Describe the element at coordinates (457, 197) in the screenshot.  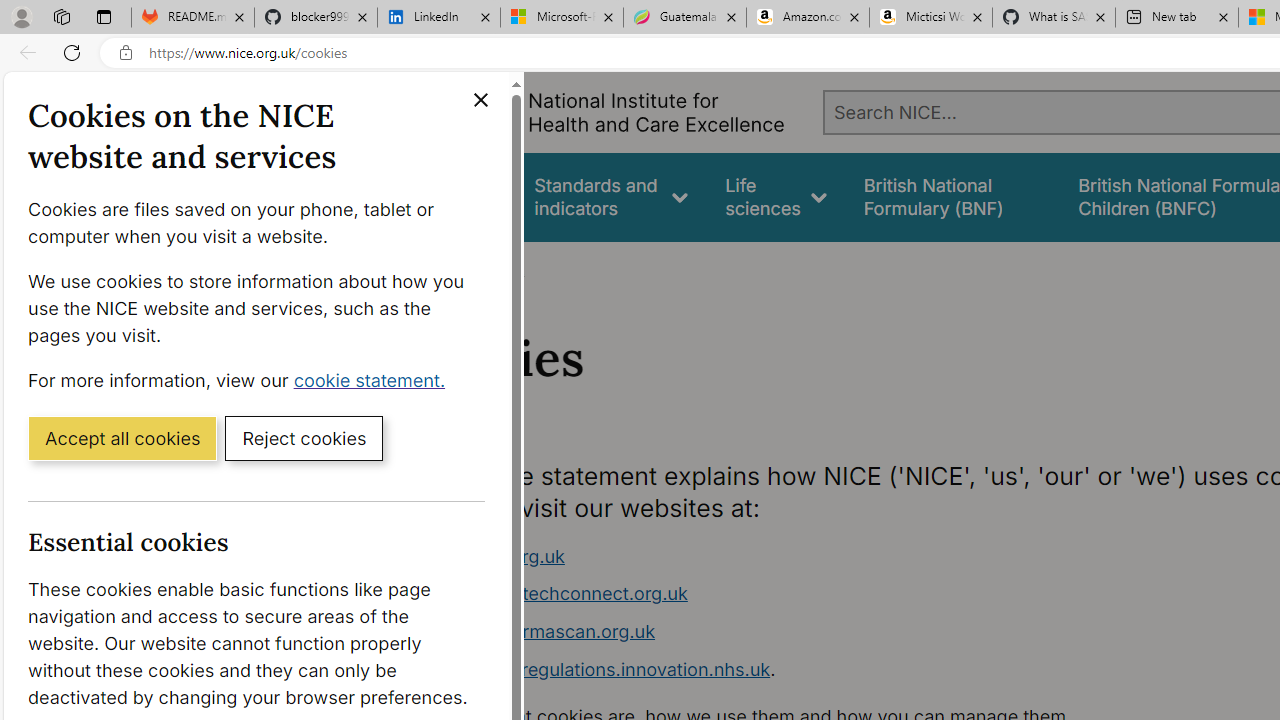
I see `'Guidance'` at that location.